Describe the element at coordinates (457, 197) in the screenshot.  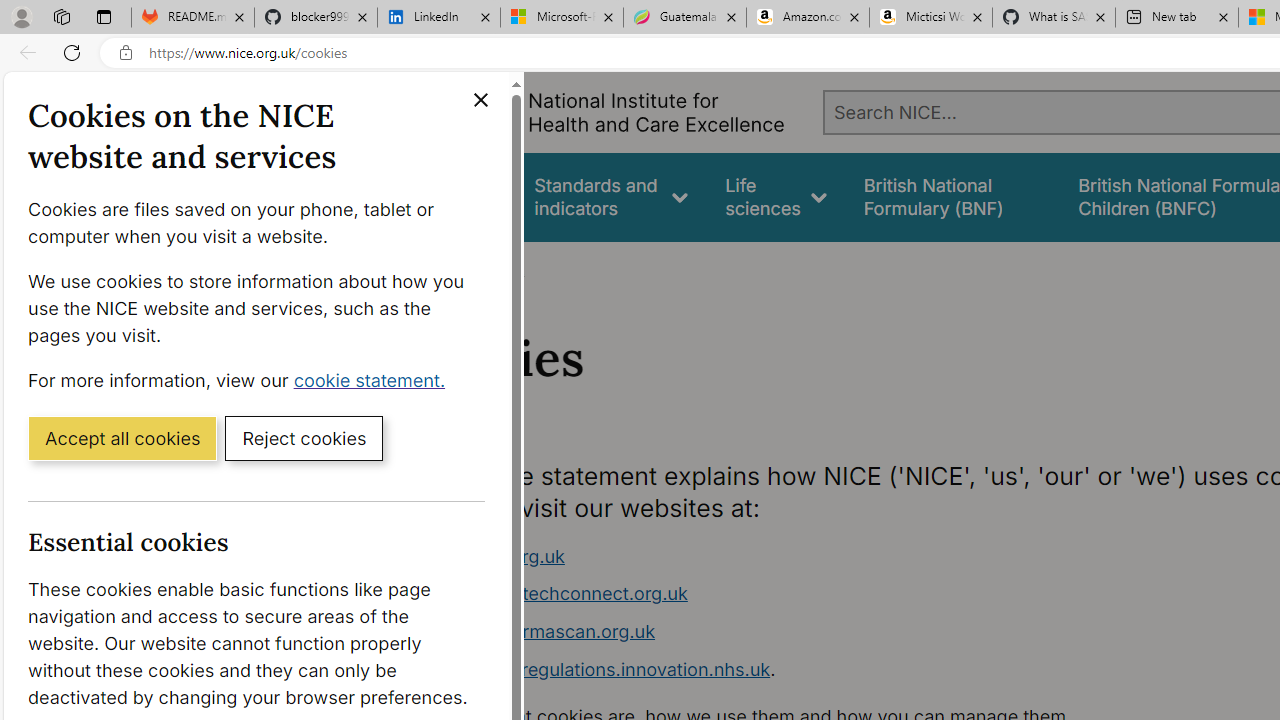
I see `'Guidance'` at that location.